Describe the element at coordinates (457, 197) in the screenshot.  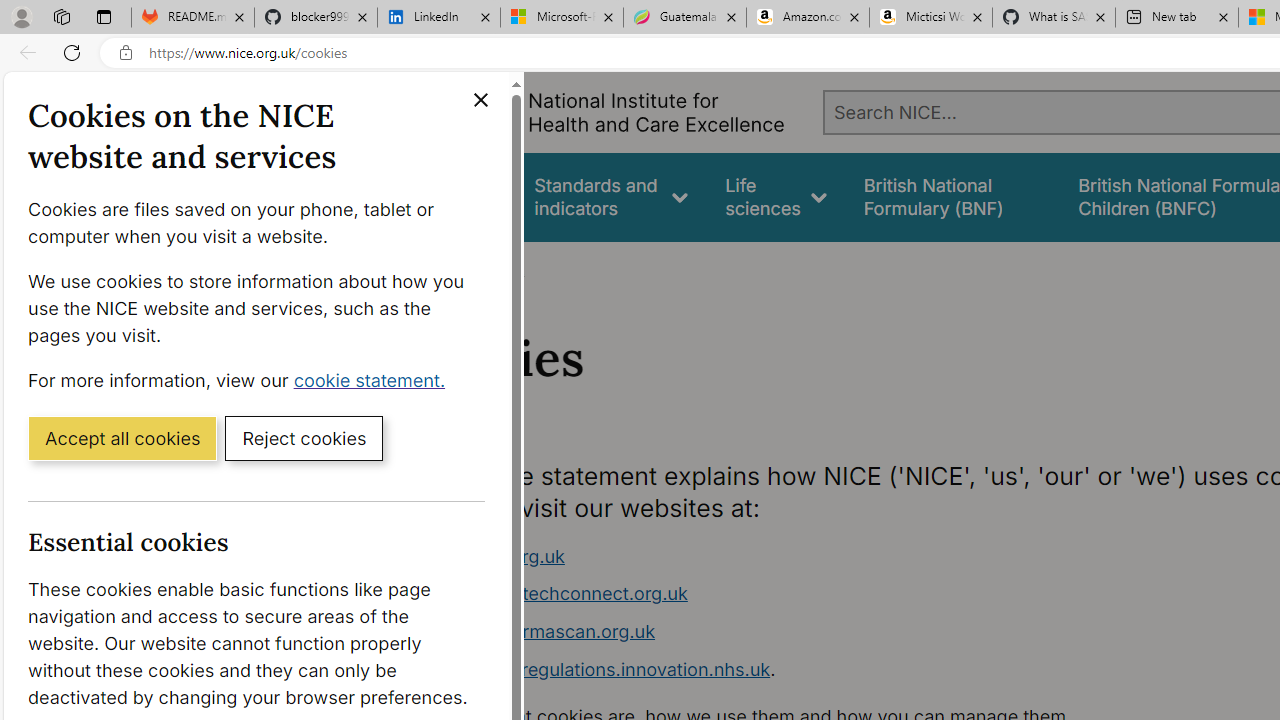
I see `'Guidance'` at that location.